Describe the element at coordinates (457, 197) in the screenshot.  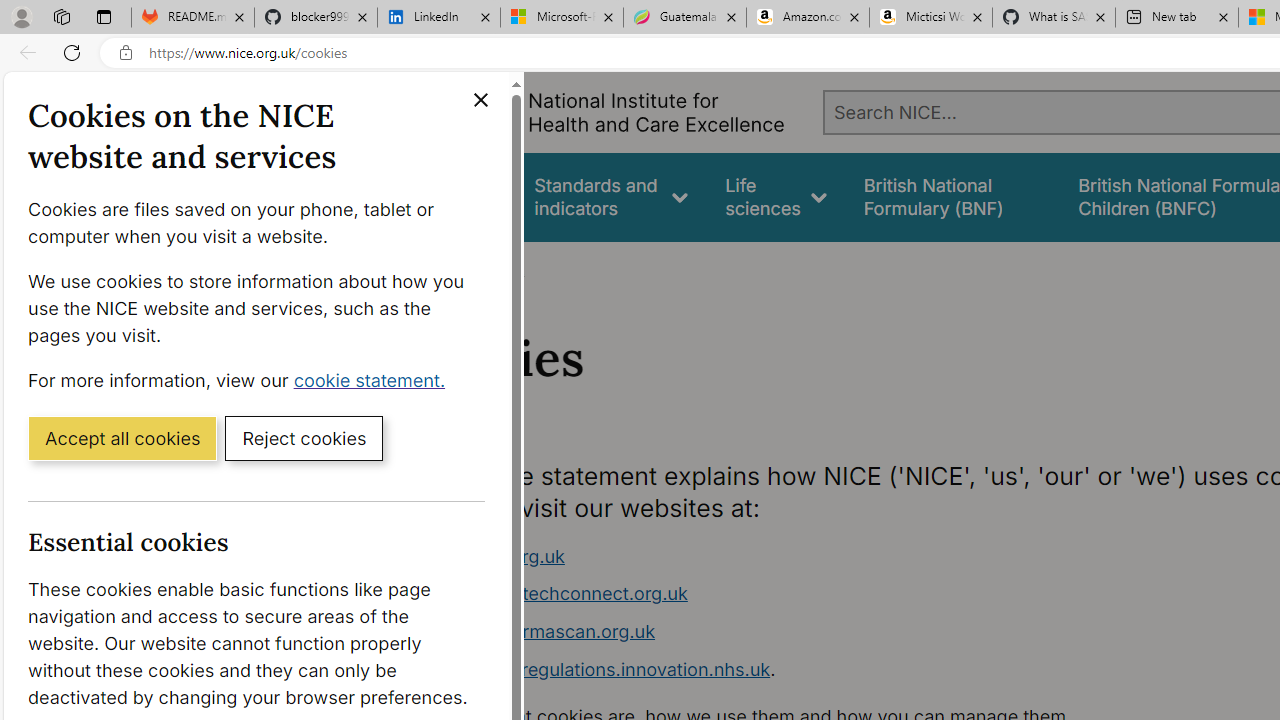
I see `'Guidance'` at that location.